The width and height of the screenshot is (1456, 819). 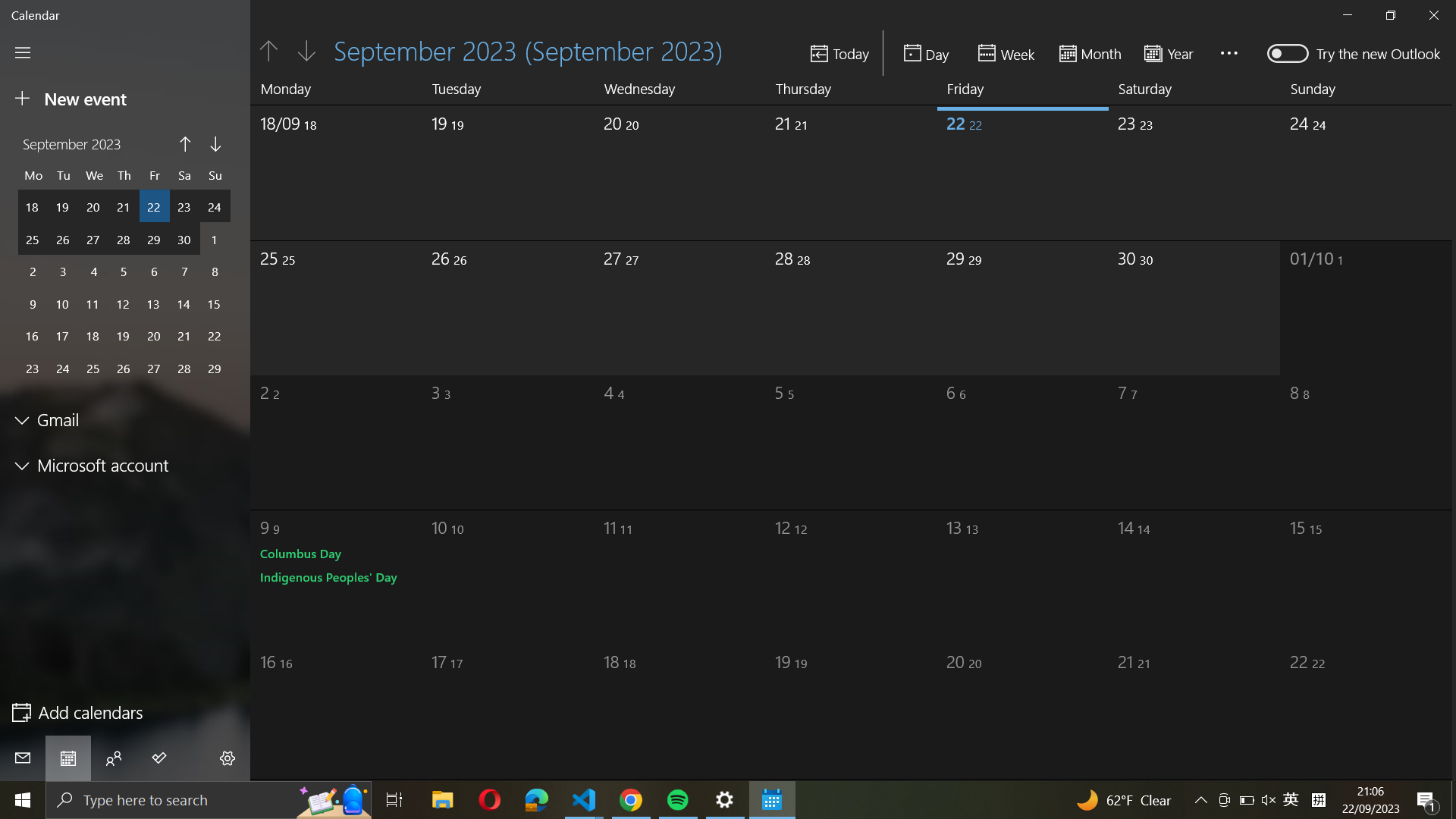 What do you see at coordinates (1090, 52) in the screenshot?
I see `the calendar to monthly view` at bounding box center [1090, 52].